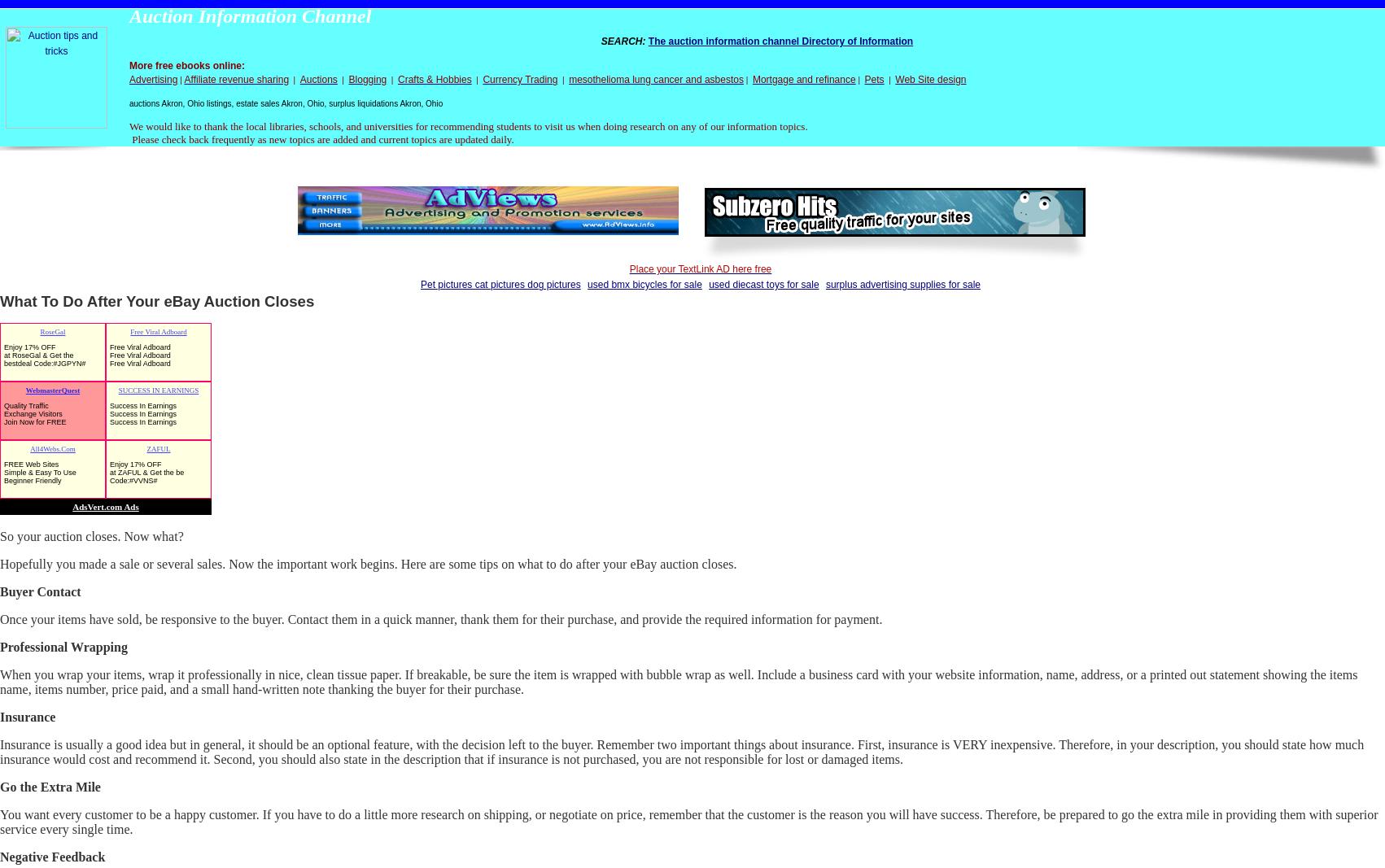 The width and height of the screenshot is (1385, 868). I want to click on 'Professional Wrapping', so click(63, 646).